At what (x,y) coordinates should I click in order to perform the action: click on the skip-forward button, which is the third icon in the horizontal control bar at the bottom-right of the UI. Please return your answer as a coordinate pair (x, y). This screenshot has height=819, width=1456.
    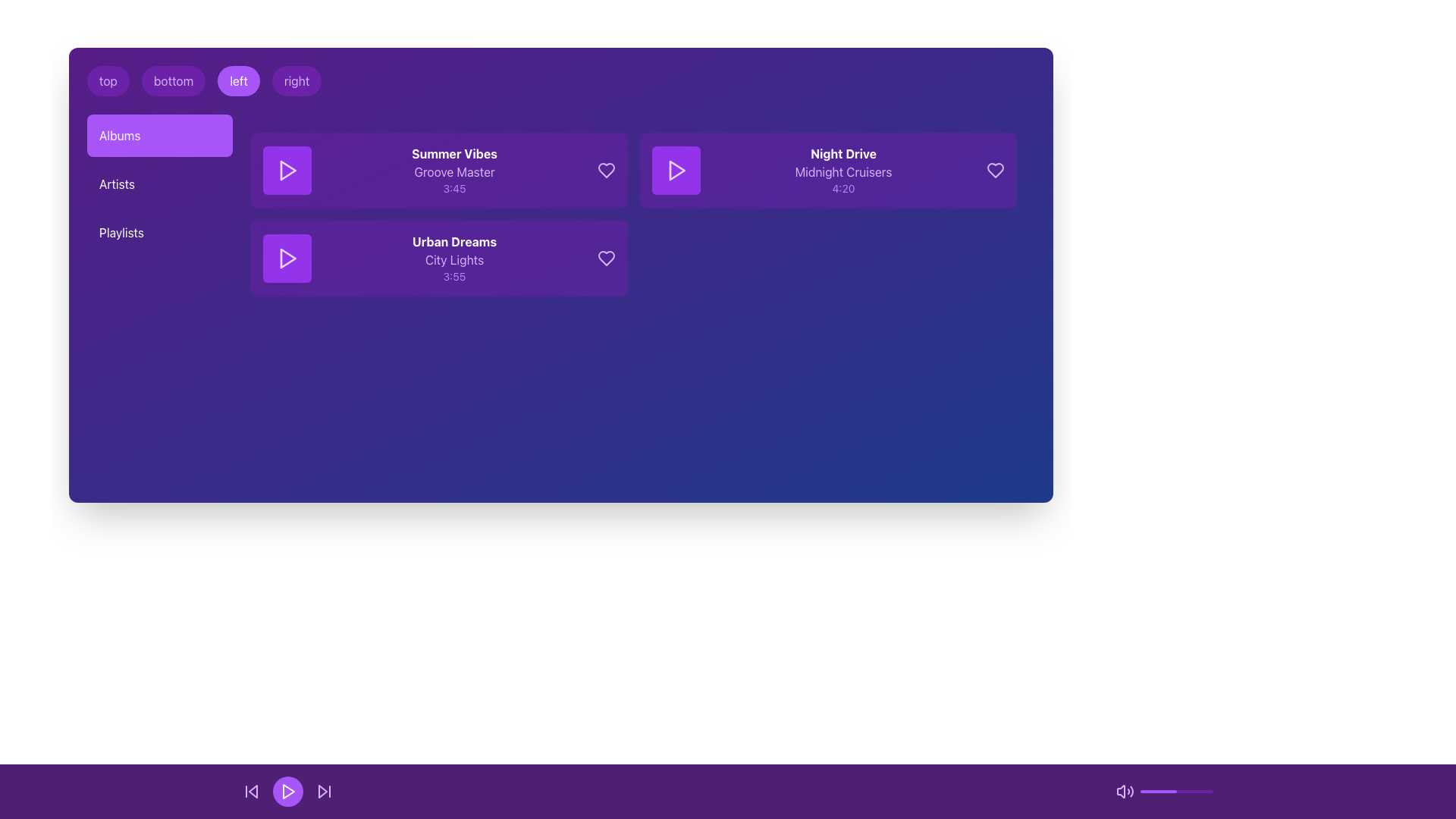
    Looking at the image, I should click on (323, 791).